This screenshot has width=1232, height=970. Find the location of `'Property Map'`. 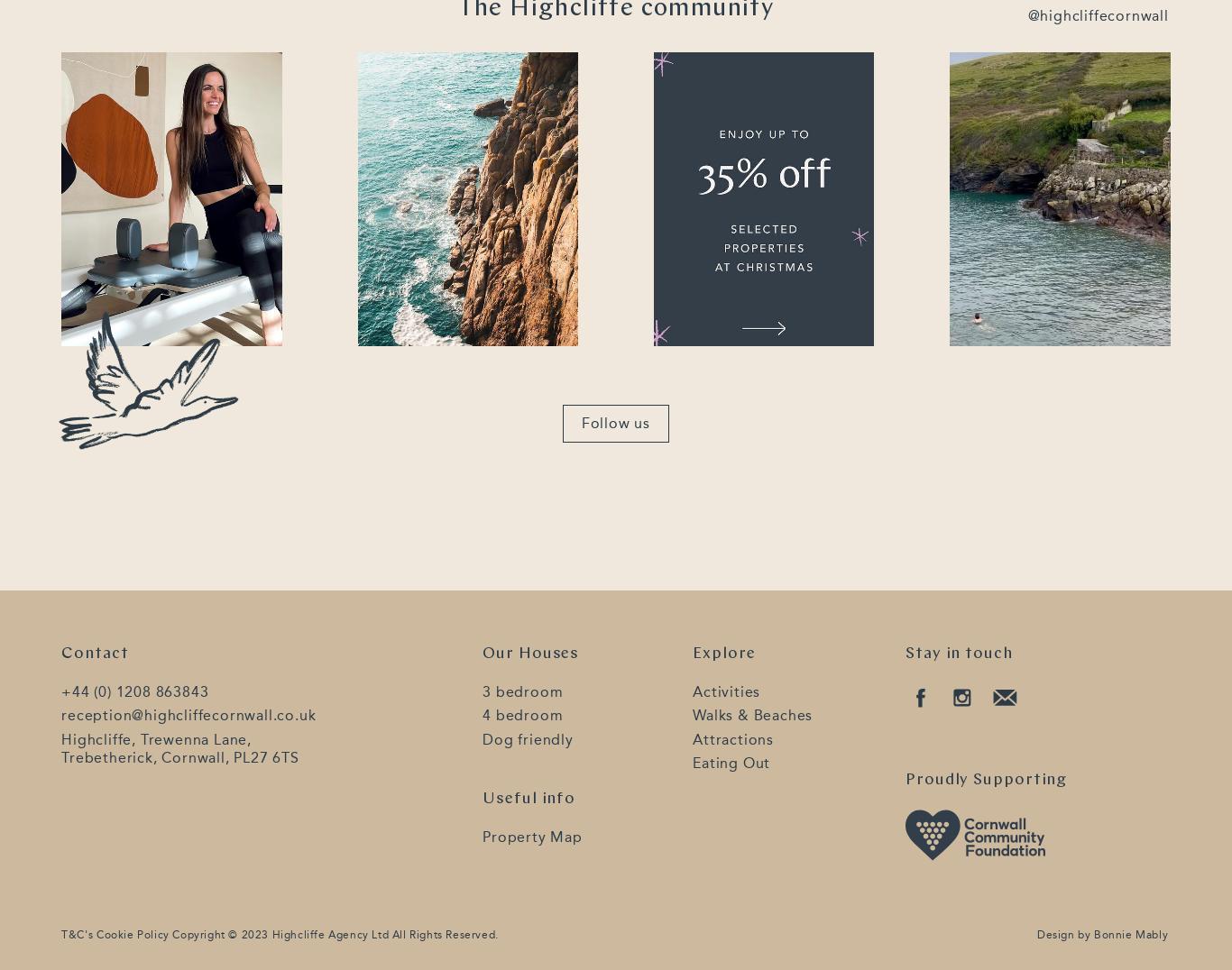

'Property Map' is located at coordinates (483, 836).